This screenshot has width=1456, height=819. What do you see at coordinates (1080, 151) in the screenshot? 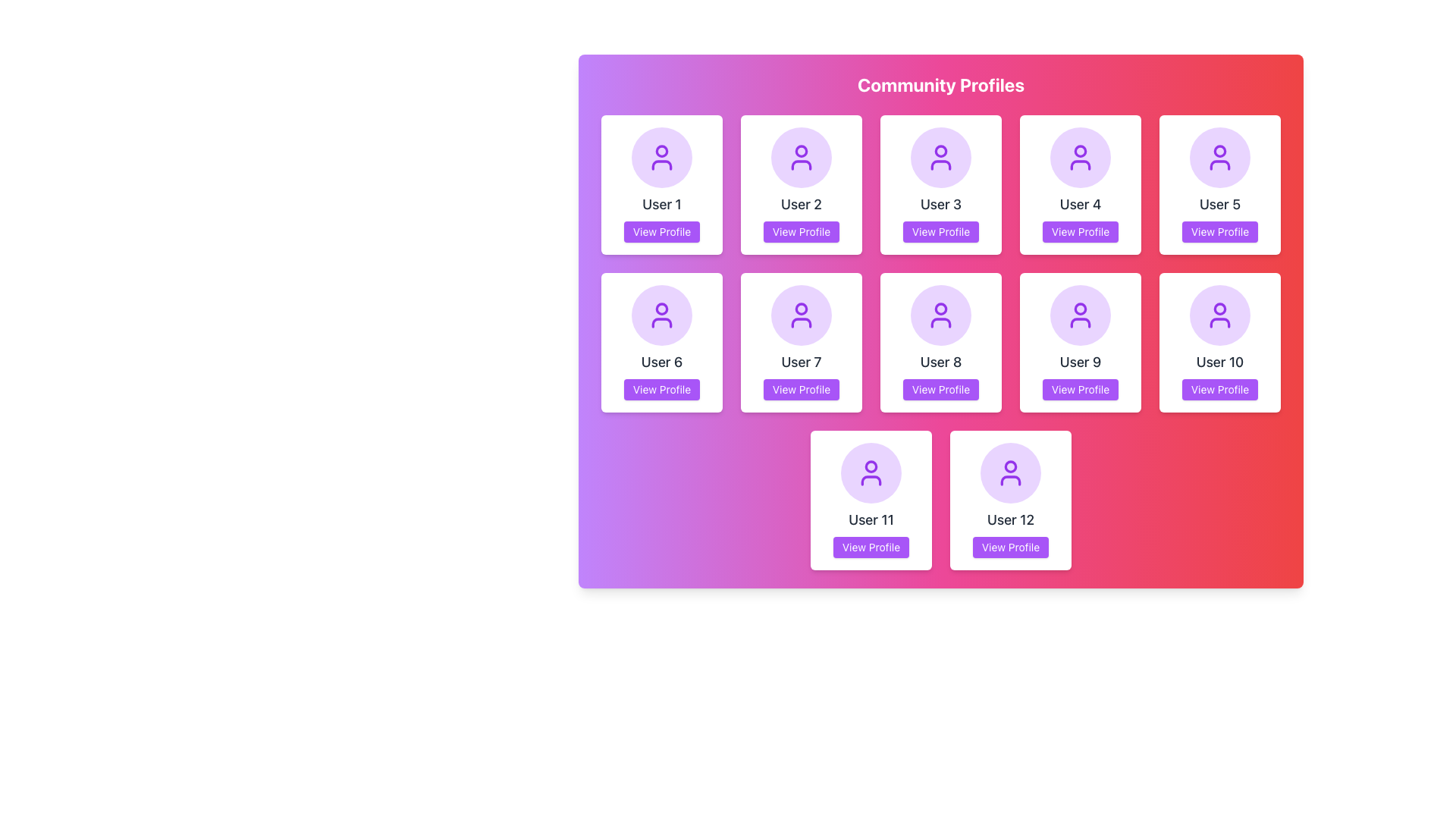
I see `the small purple circular decorative icon located in the center of the user avatar icon for 'User 4' in the profile card grid` at bounding box center [1080, 151].